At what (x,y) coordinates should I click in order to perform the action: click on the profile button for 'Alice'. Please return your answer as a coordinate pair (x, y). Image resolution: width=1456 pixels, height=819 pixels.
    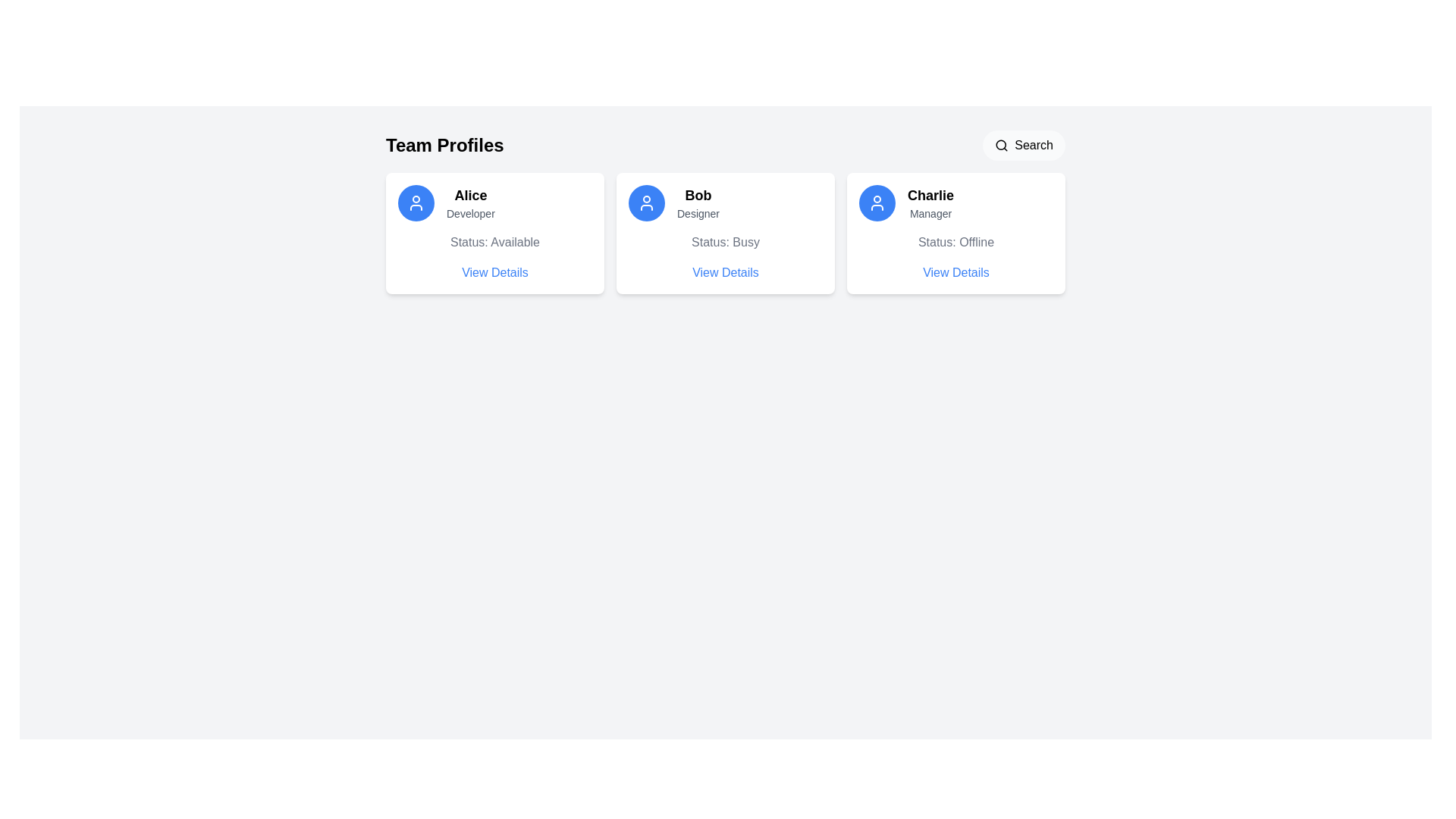
    Looking at the image, I should click on (416, 202).